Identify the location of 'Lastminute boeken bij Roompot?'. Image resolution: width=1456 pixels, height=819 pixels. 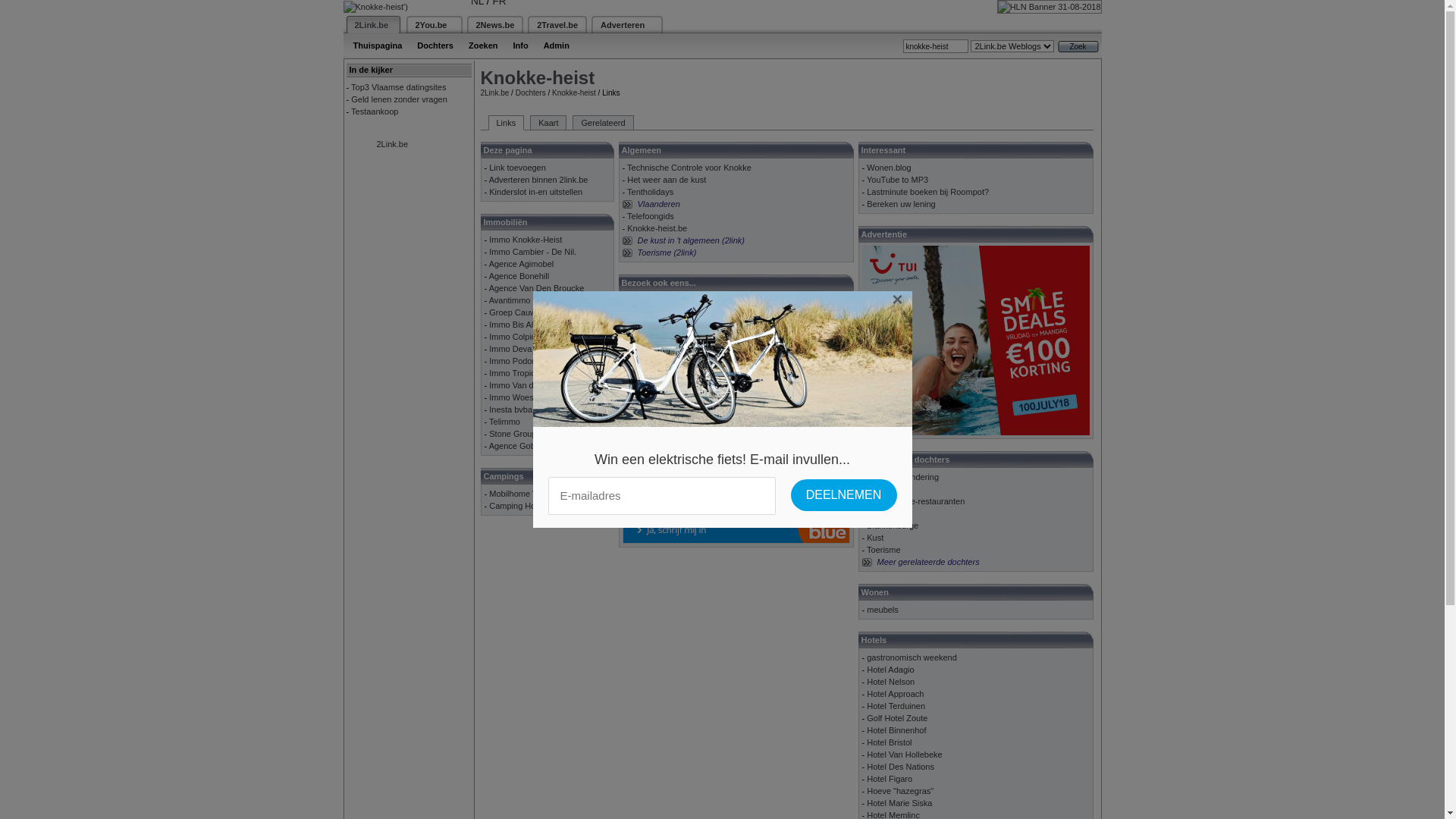
(927, 191).